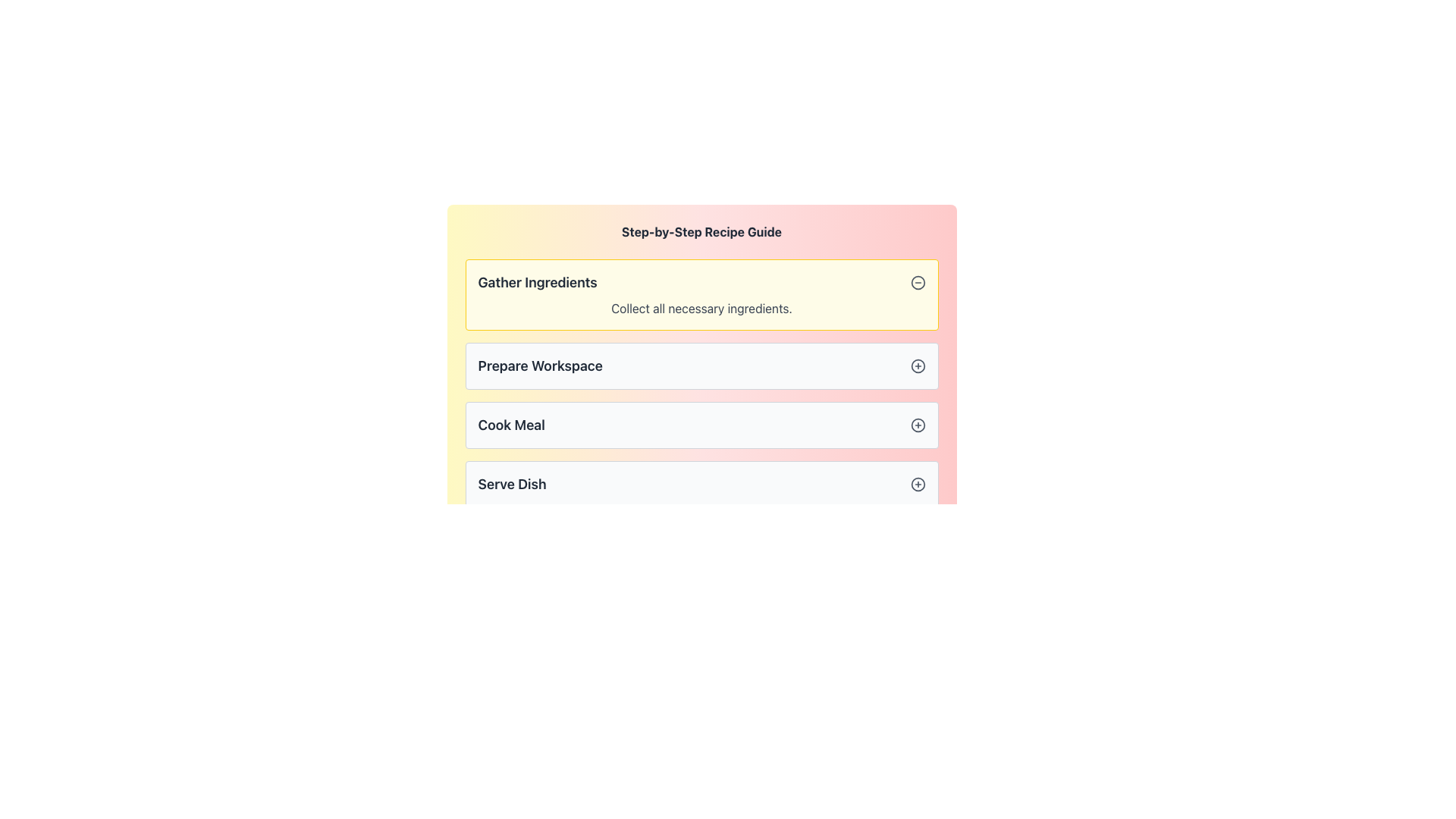 This screenshot has height=819, width=1456. Describe the element at coordinates (701, 425) in the screenshot. I see `the 'Cook Meal' step in the step-by-step recipe guide` at that location.